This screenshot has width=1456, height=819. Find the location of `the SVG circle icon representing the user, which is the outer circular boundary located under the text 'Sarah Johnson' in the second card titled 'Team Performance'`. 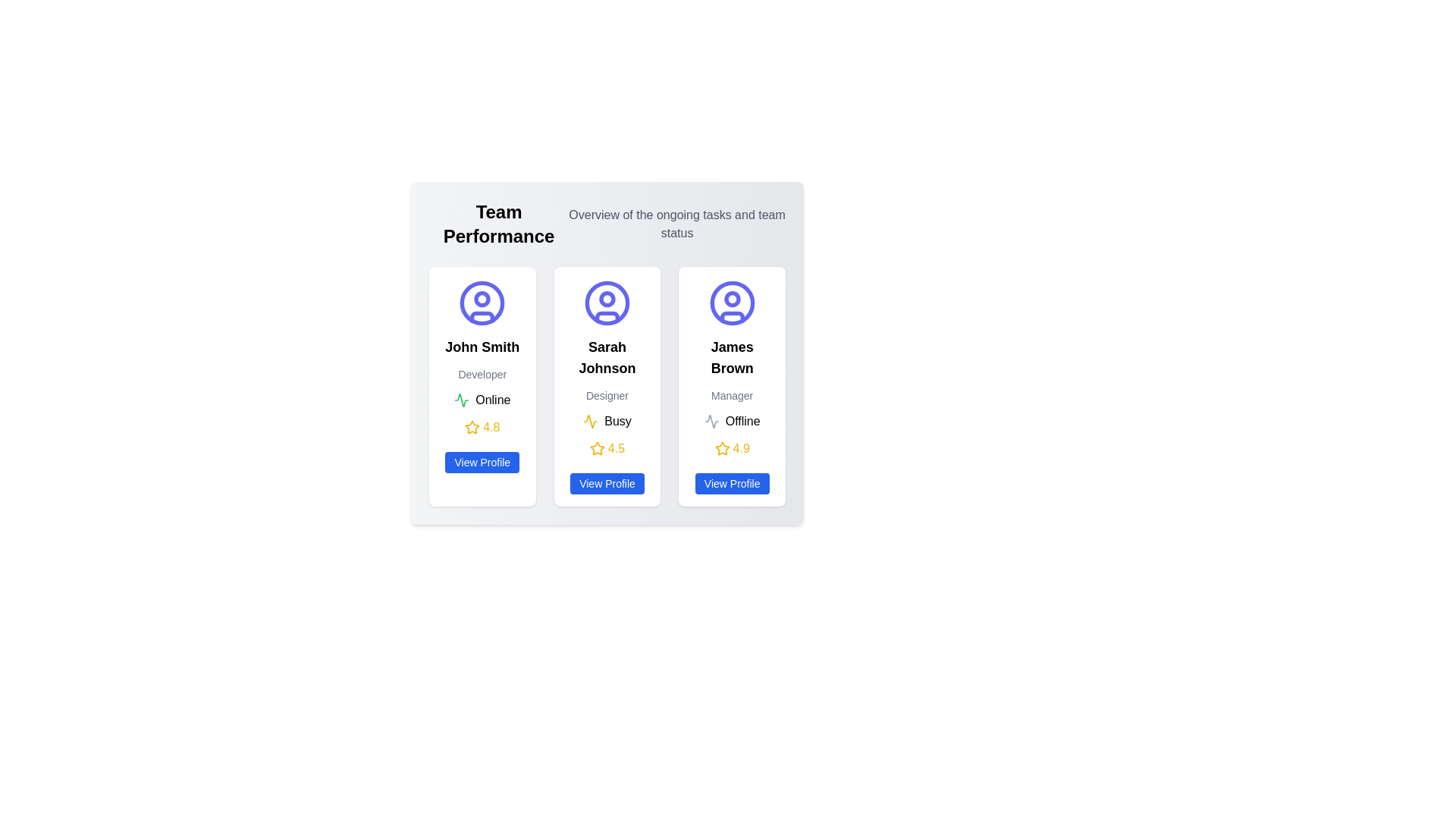

the SVG circle icon representing the user, which is the outer circular boundary located under the text 'Sarah Johnson' in the second card titled 'Team Performance' is located at coordinates (607, 303).